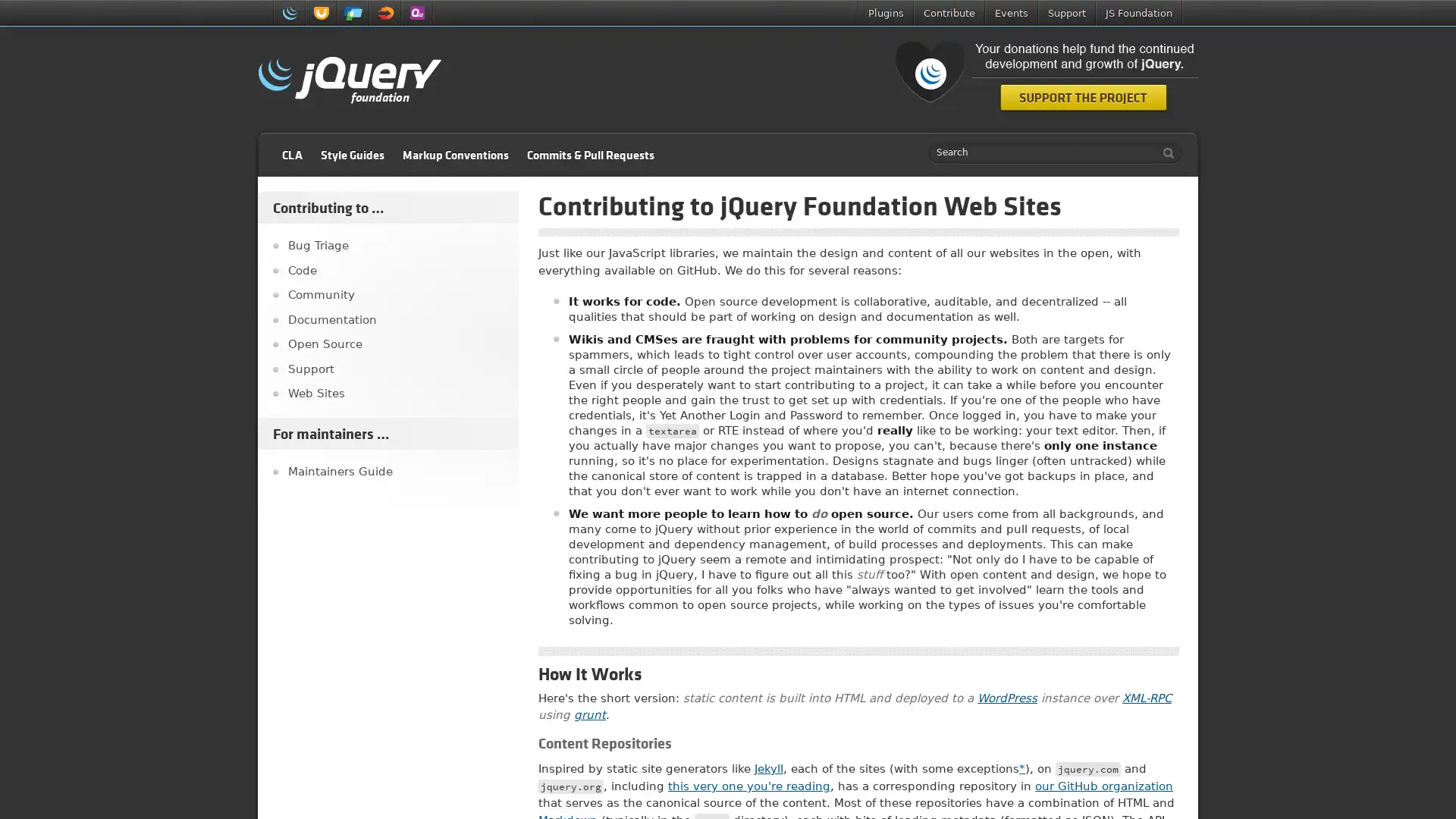  What do you see at coordinates (1164, 152) in the screenshot?
I see `search` at bounding box center [1164, 152].